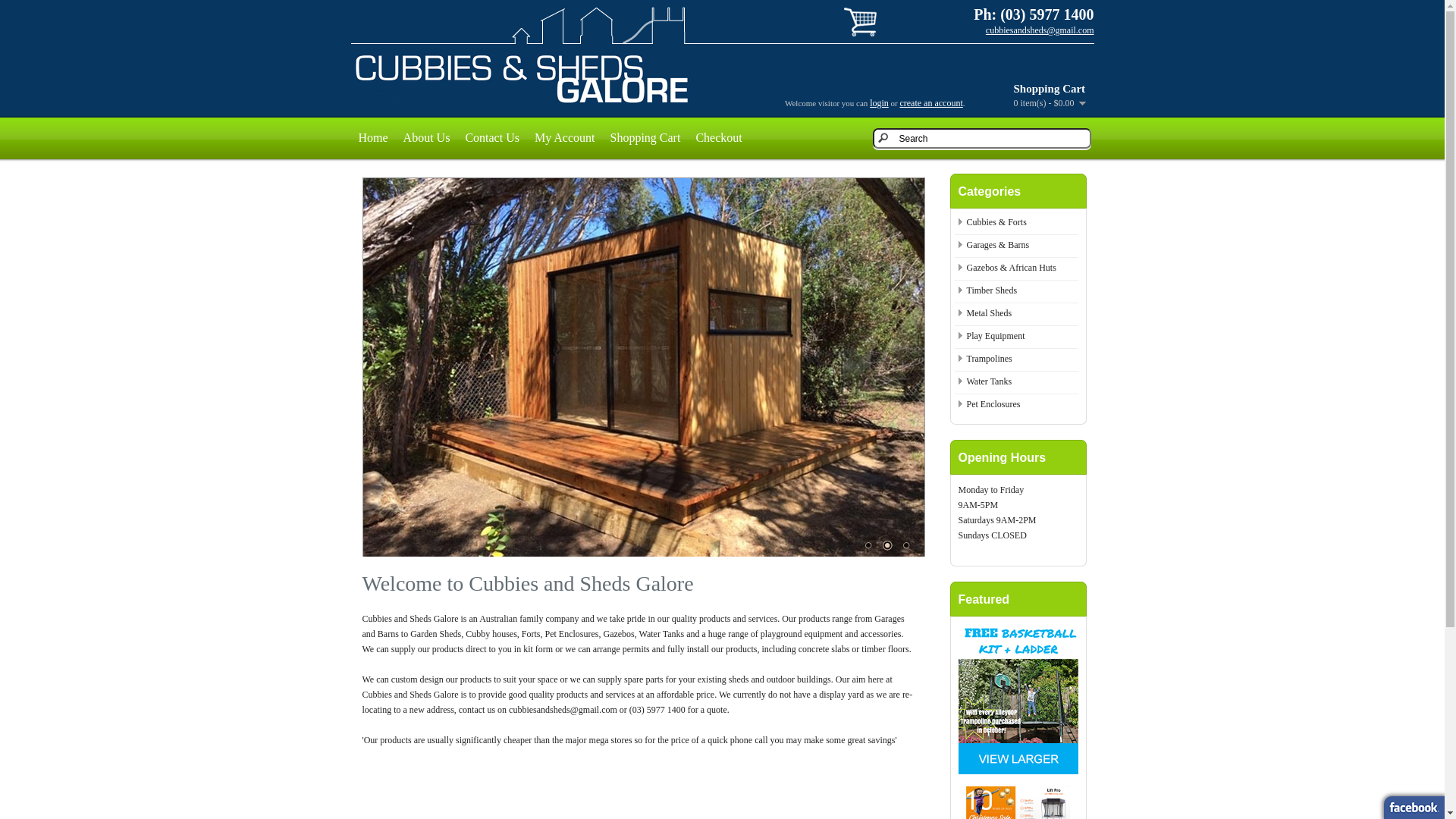 The height and width of the screenshot is (819, 1456). Describe the element at coordinates (981, 138) in the screenshot. I see `'Search'` at that location.